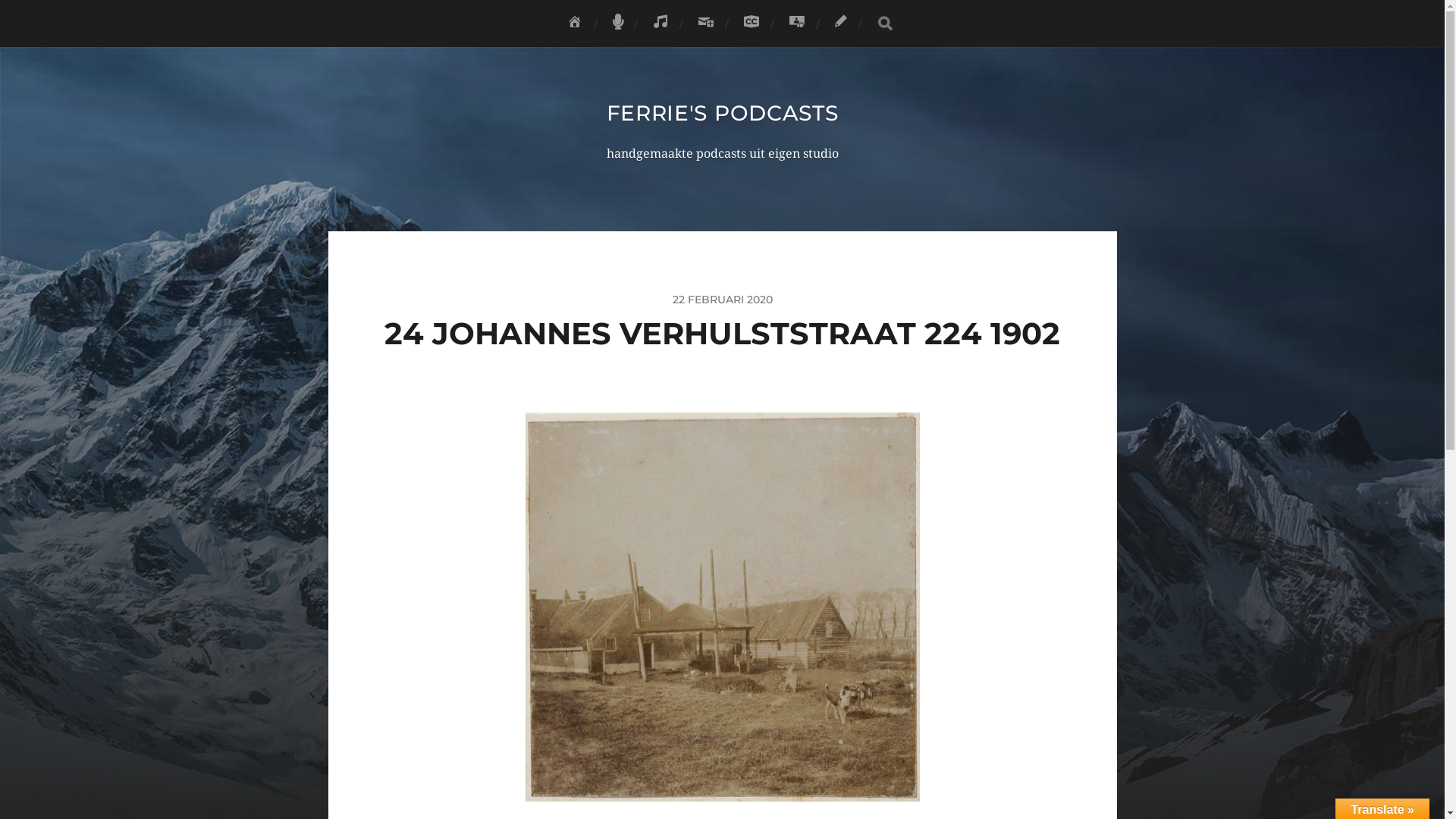  What do you see at coordinates (705, 23) in the screenshot?
I see `'ABONNEREN'` at bounding box center [705, 23].